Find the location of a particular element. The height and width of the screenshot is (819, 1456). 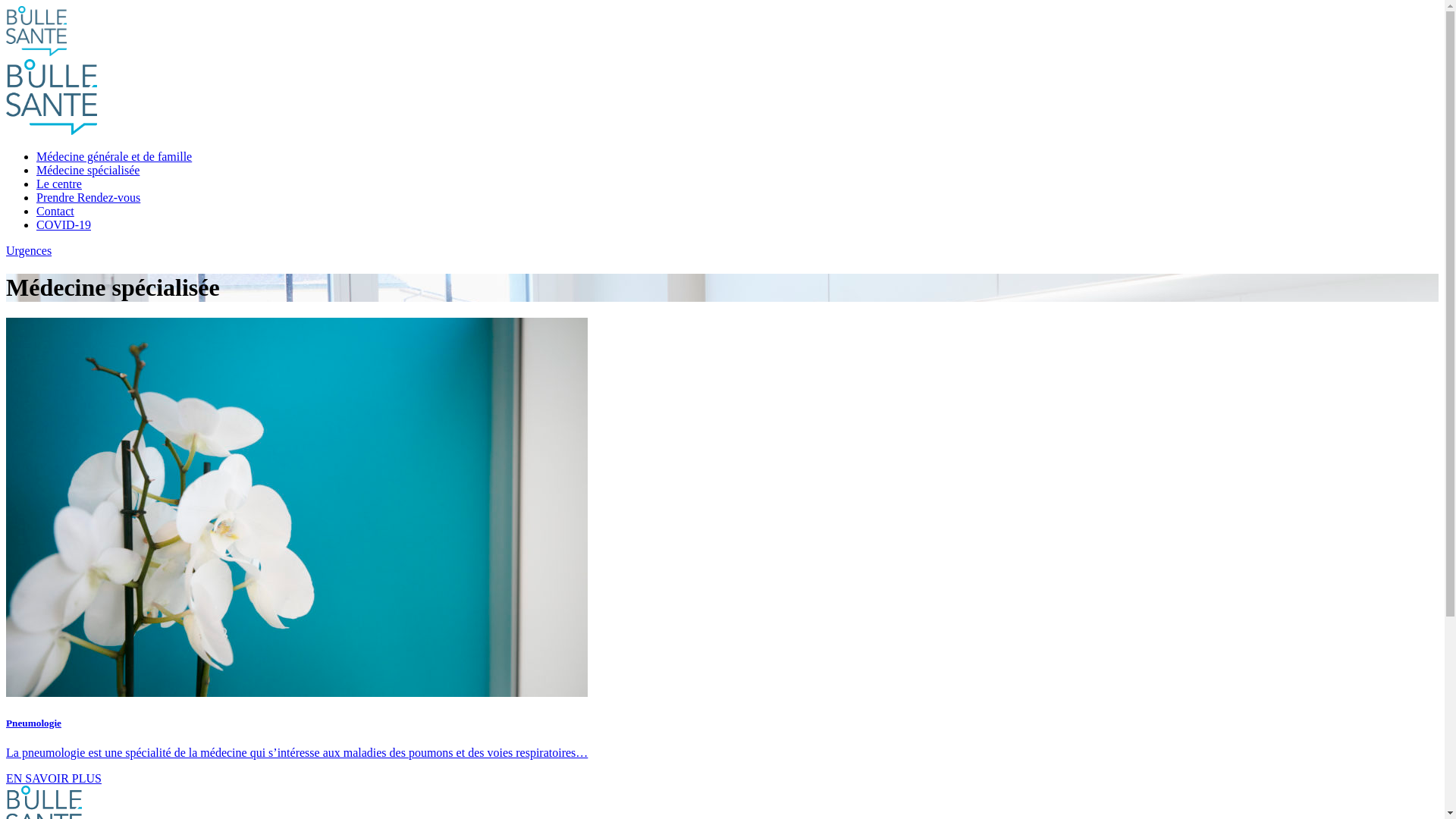

'Prendre Rendez-vous' is located at coordinates (36, 196).